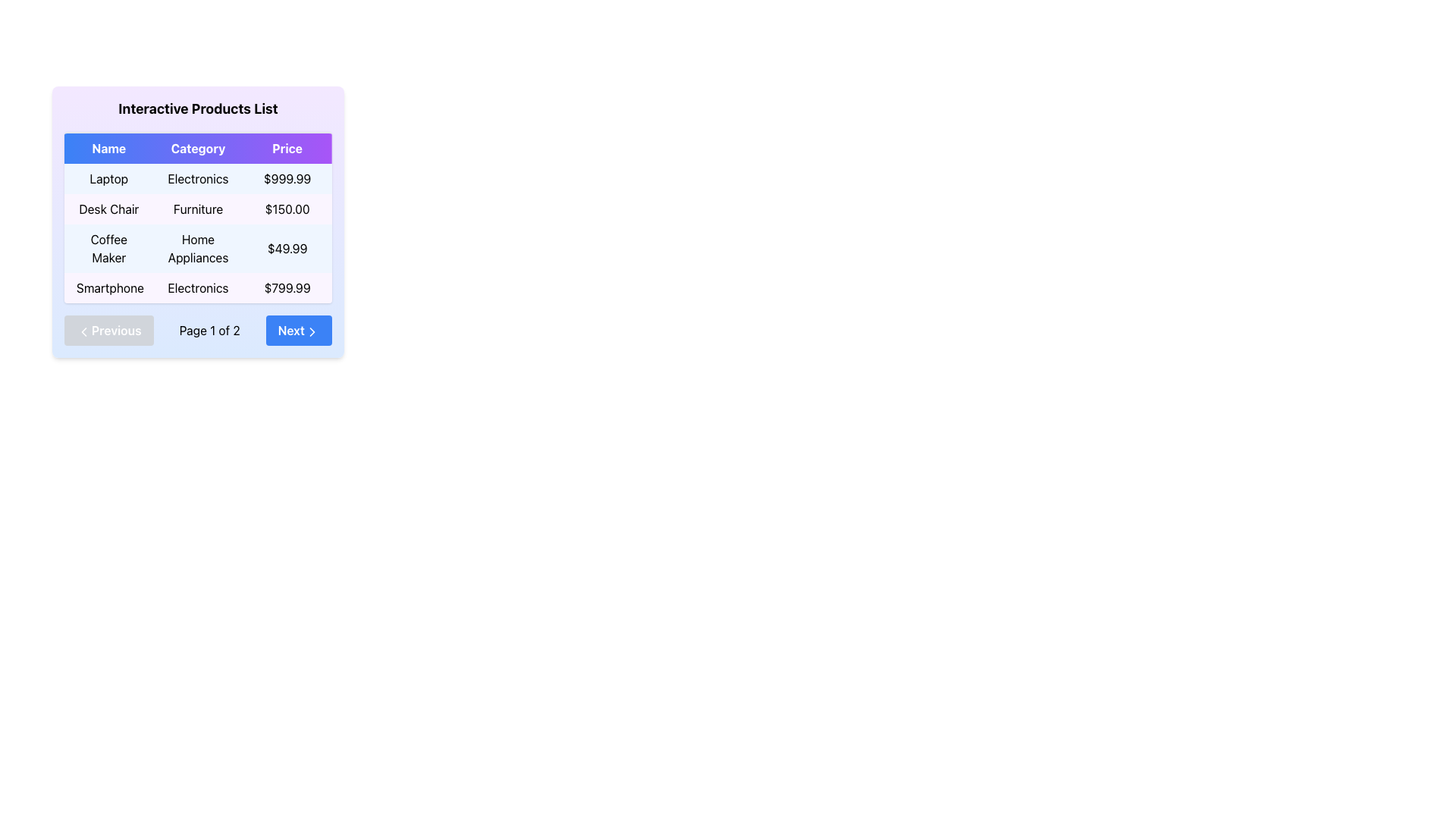  Describe the element at coordinates (209, 329) in the screenshot. I see `the text label displaying 'Page 1 of 2' which is centrally positioned in the pagination bar between the 'Previous' and 'Next' buttons` at that location.